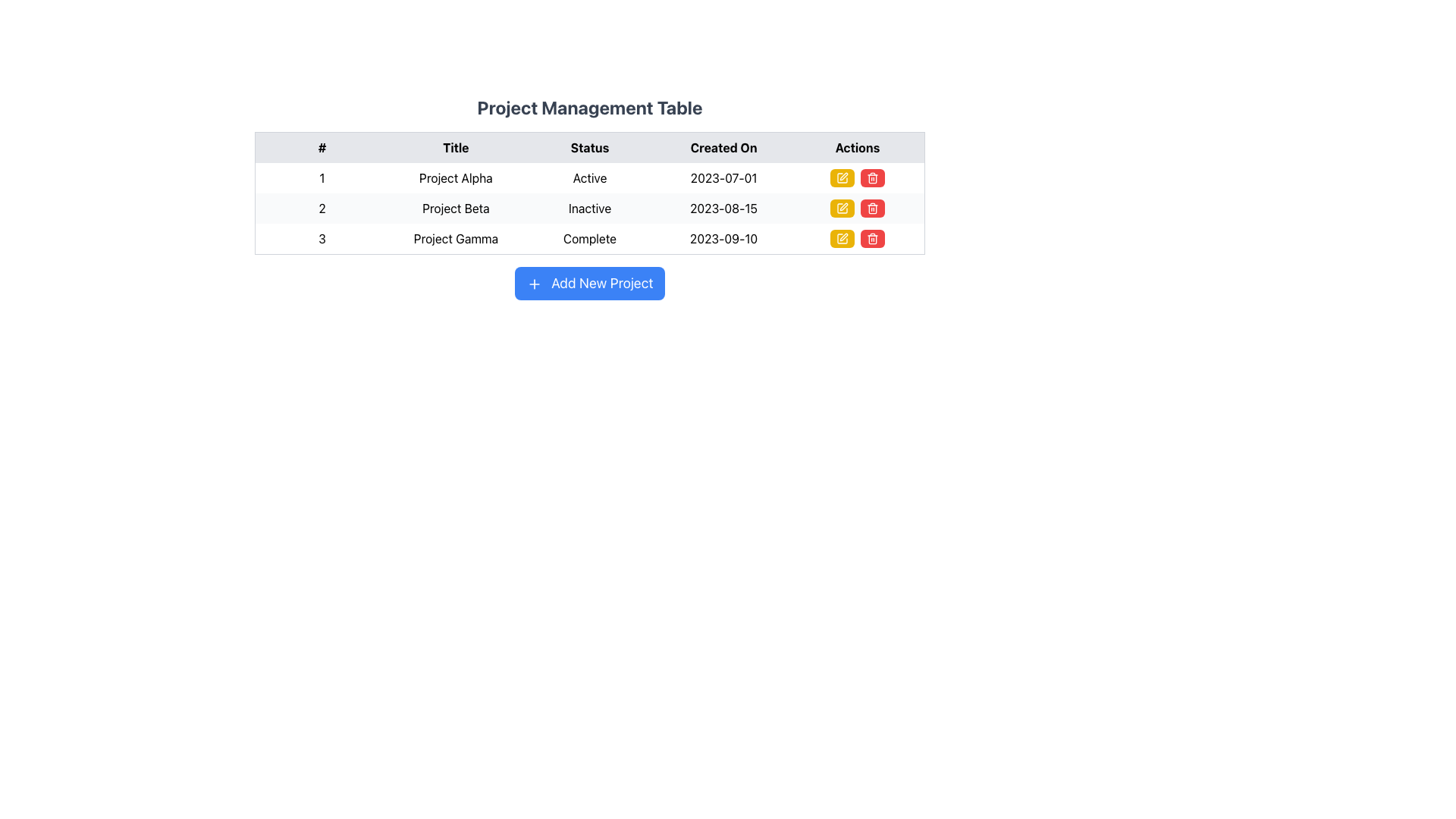 Image resolution: width=1456 pixels, height=819 pixels. Describe the element at coordinates (841, 177) in the screenshot. I see `the edit button located` at that location.